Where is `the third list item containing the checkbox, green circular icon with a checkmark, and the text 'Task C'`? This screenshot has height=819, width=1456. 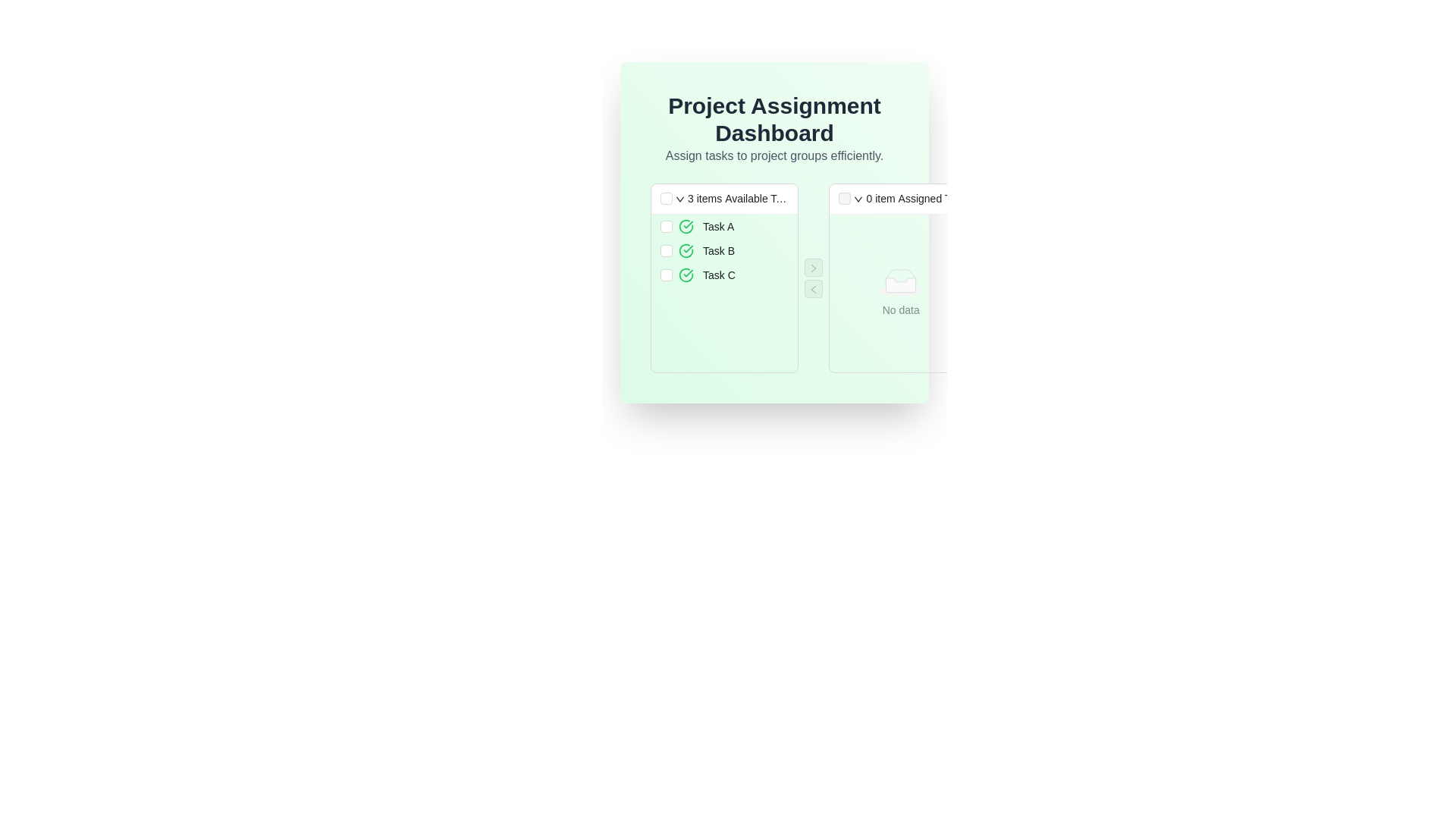
the third list item containing the checkbox, green circular icon with a checkmark, and the text 'Task C' is located at coordinates (723, 275).